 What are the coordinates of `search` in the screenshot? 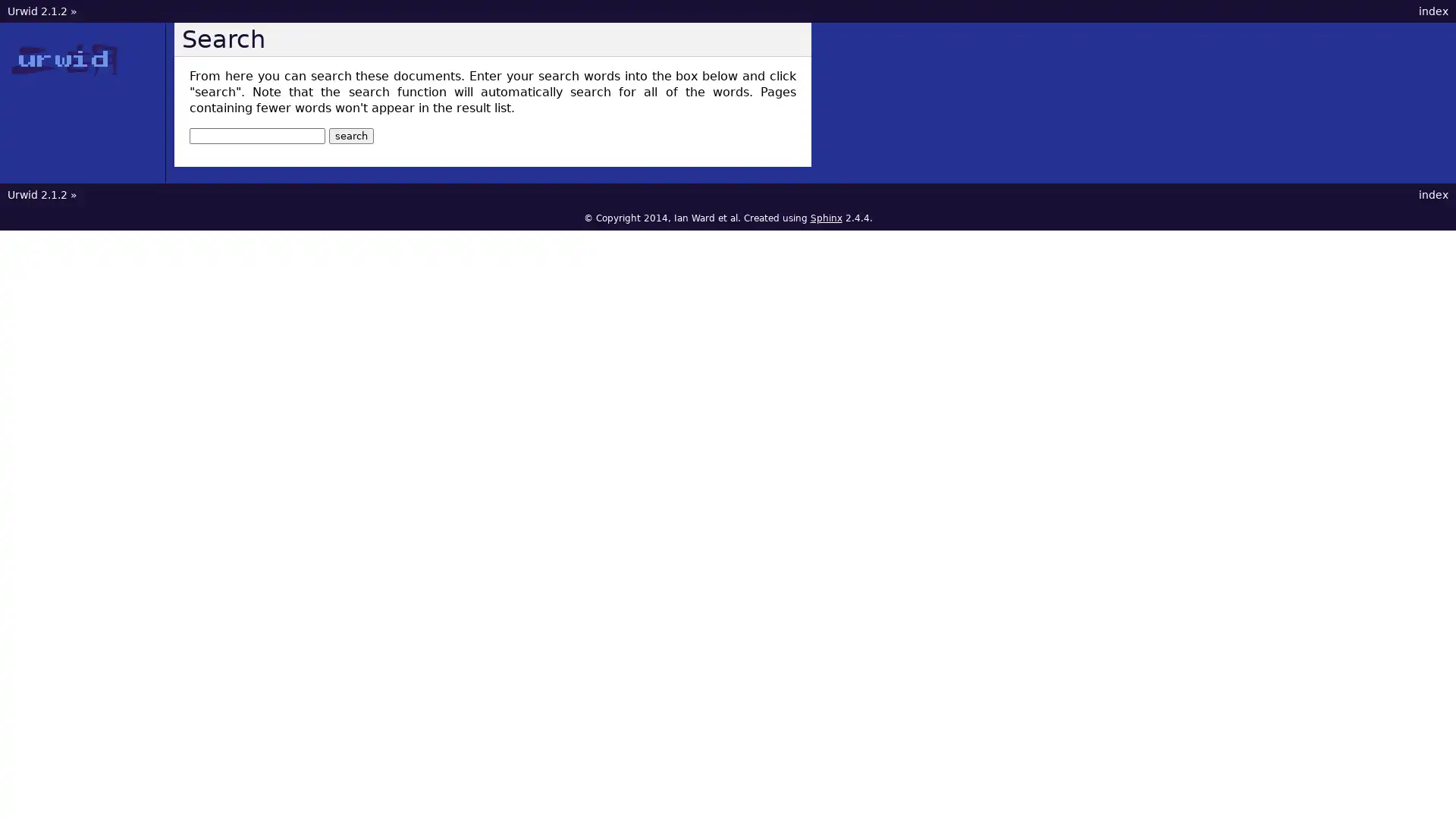 It's located at (350, 135).